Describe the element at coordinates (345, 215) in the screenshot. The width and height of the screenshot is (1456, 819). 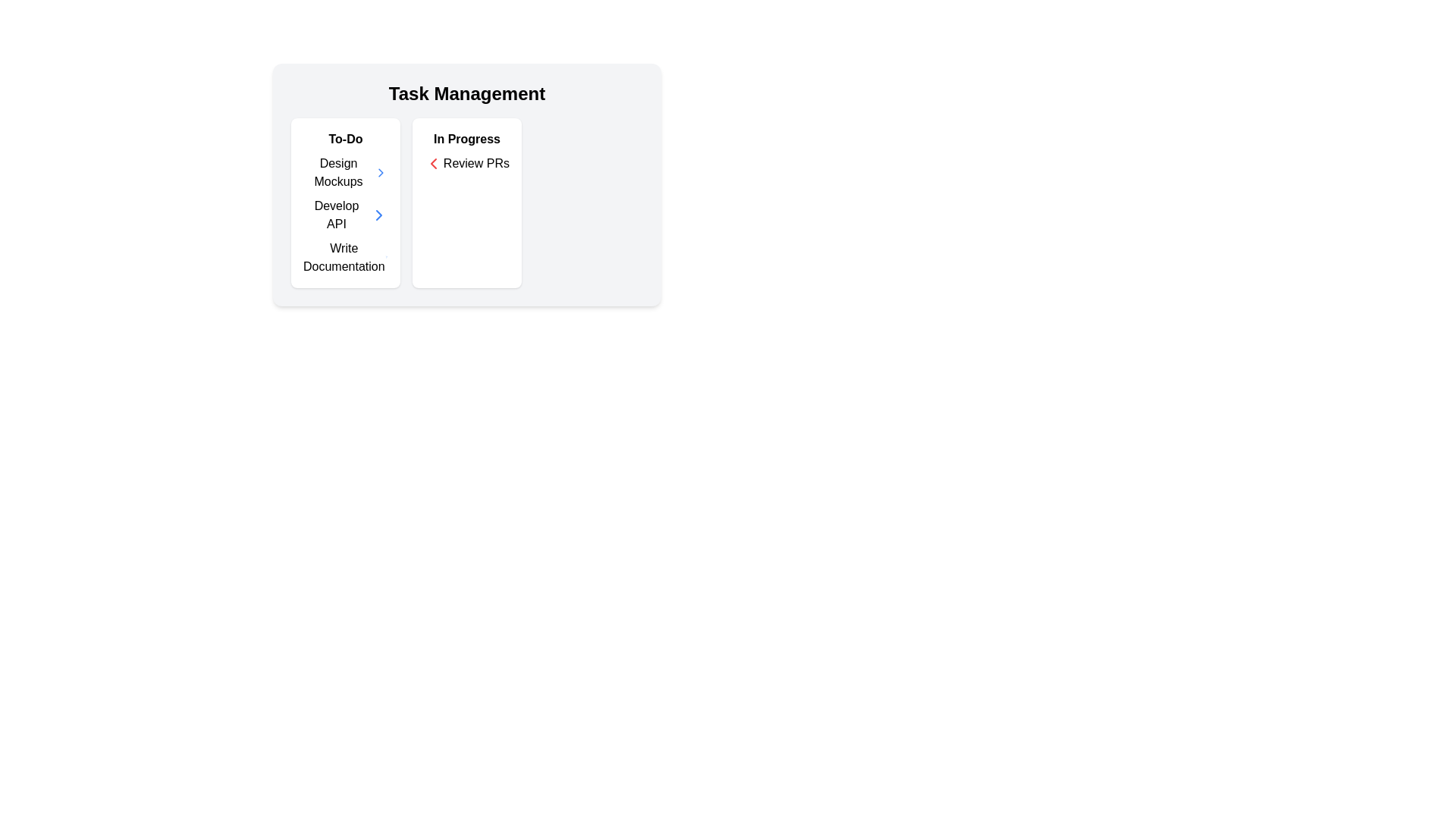
I see `the 'Develop API' list item with a navigational indicator` at that location.